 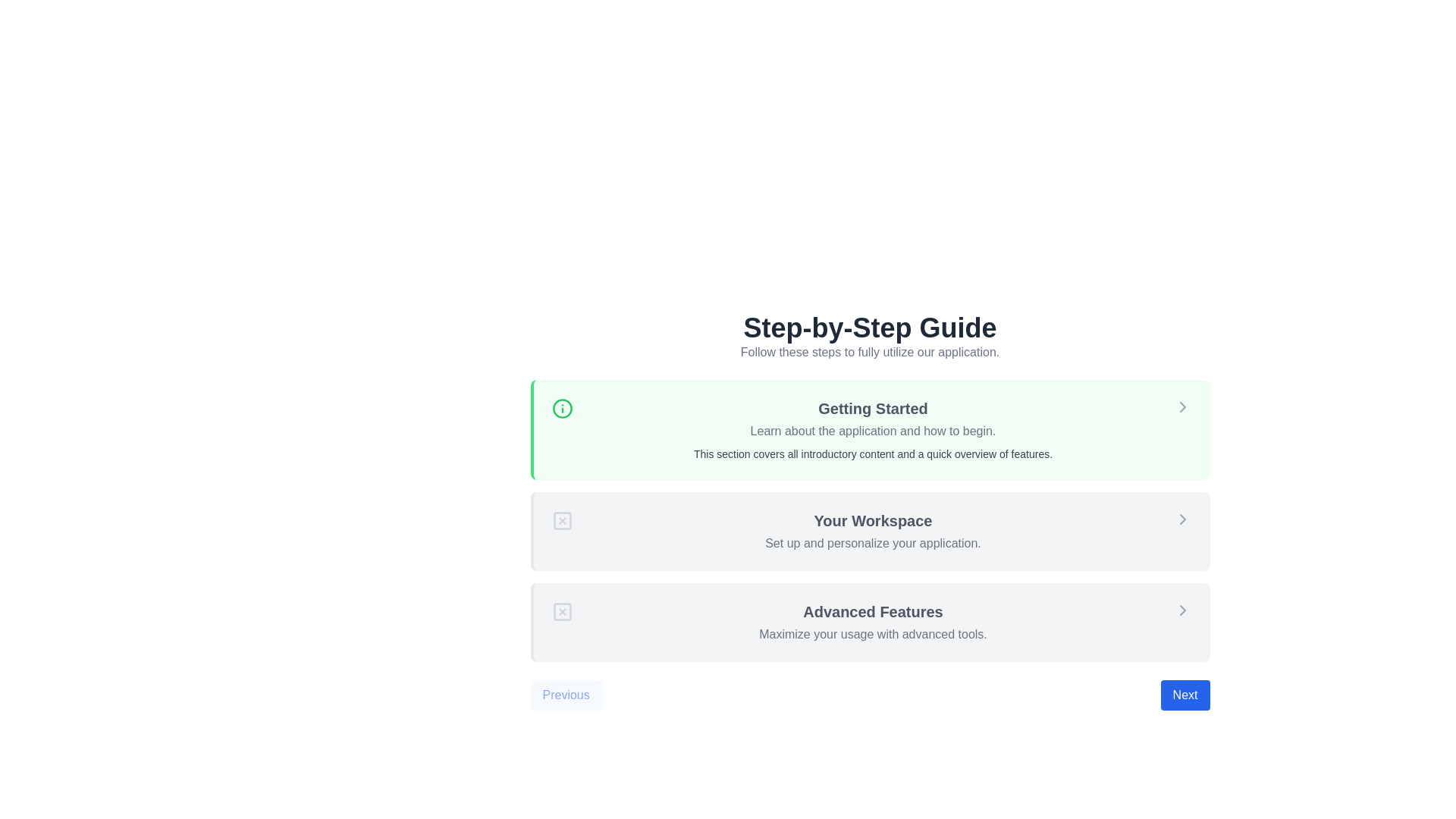 I want to click on the icon located to the left of the 'Your Workspace' section, positioned between 'Getting Started' and 'Advanced Features', so click(x=561, y=519).